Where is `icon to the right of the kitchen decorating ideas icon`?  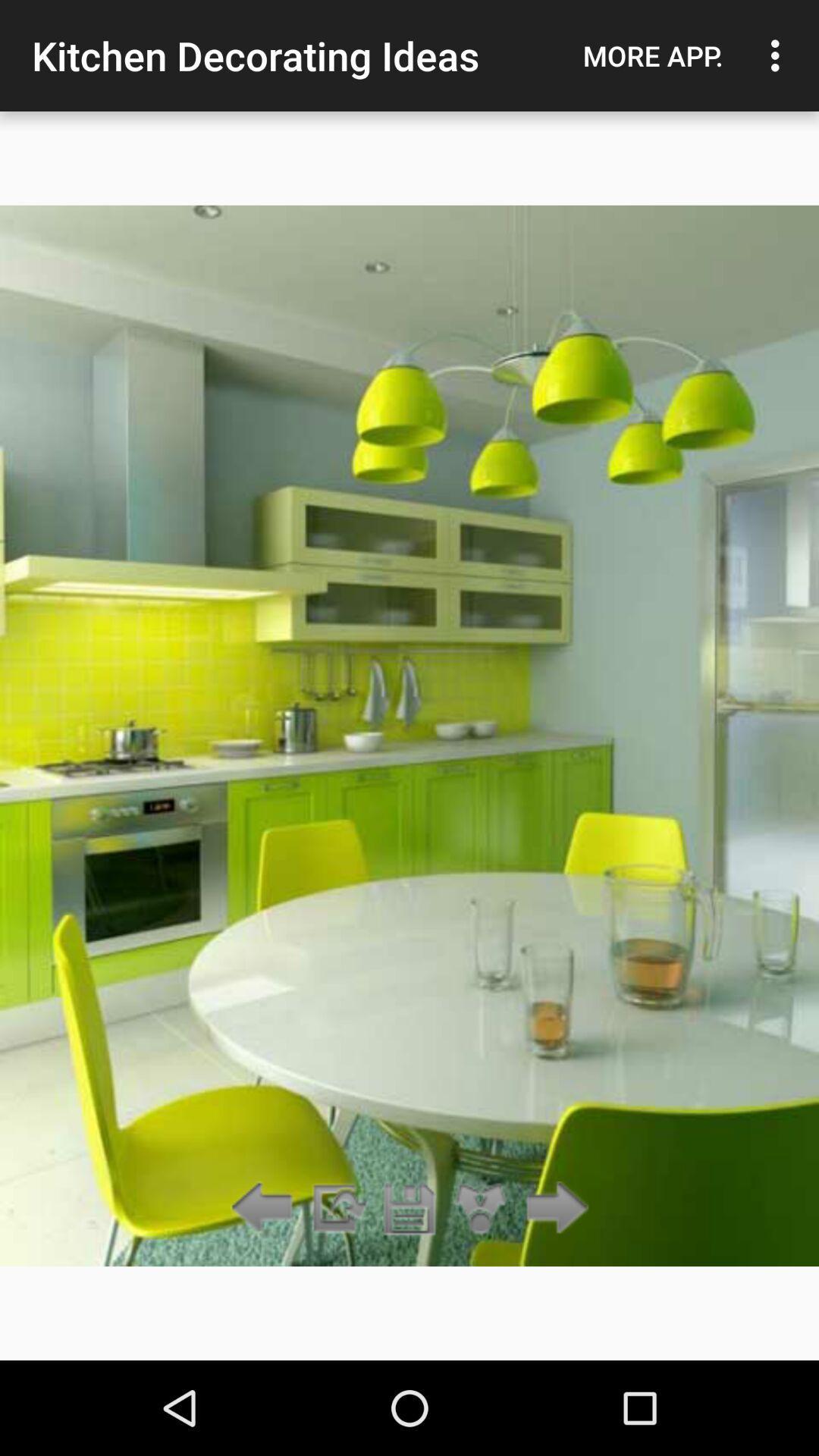
icon to the right of the kitchen decorating ideas icon is located at coordinates (652, 55).